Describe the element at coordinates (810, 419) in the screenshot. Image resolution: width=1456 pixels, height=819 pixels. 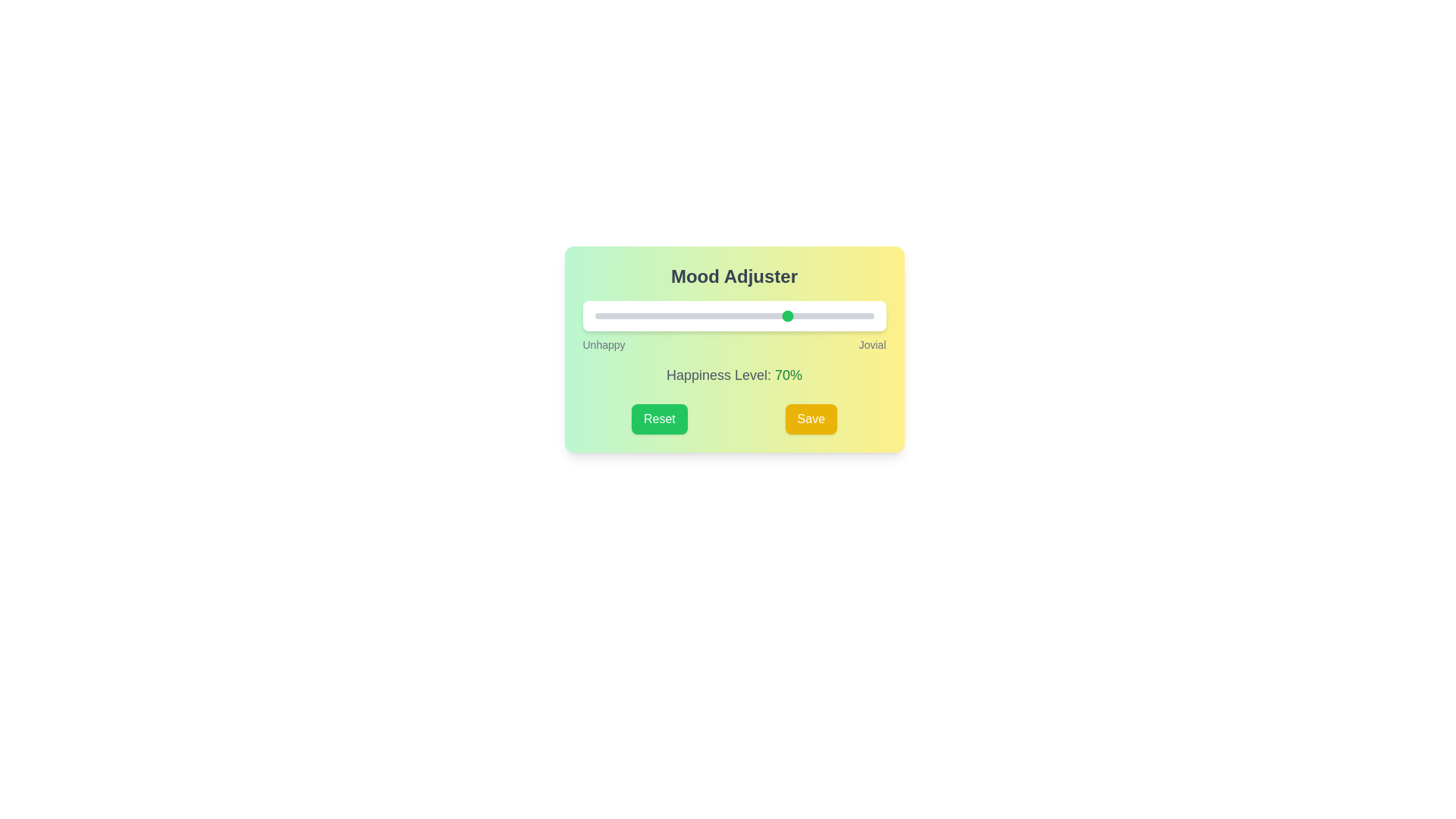
I see `the 'Save' button to save the current happiness level` at that location.